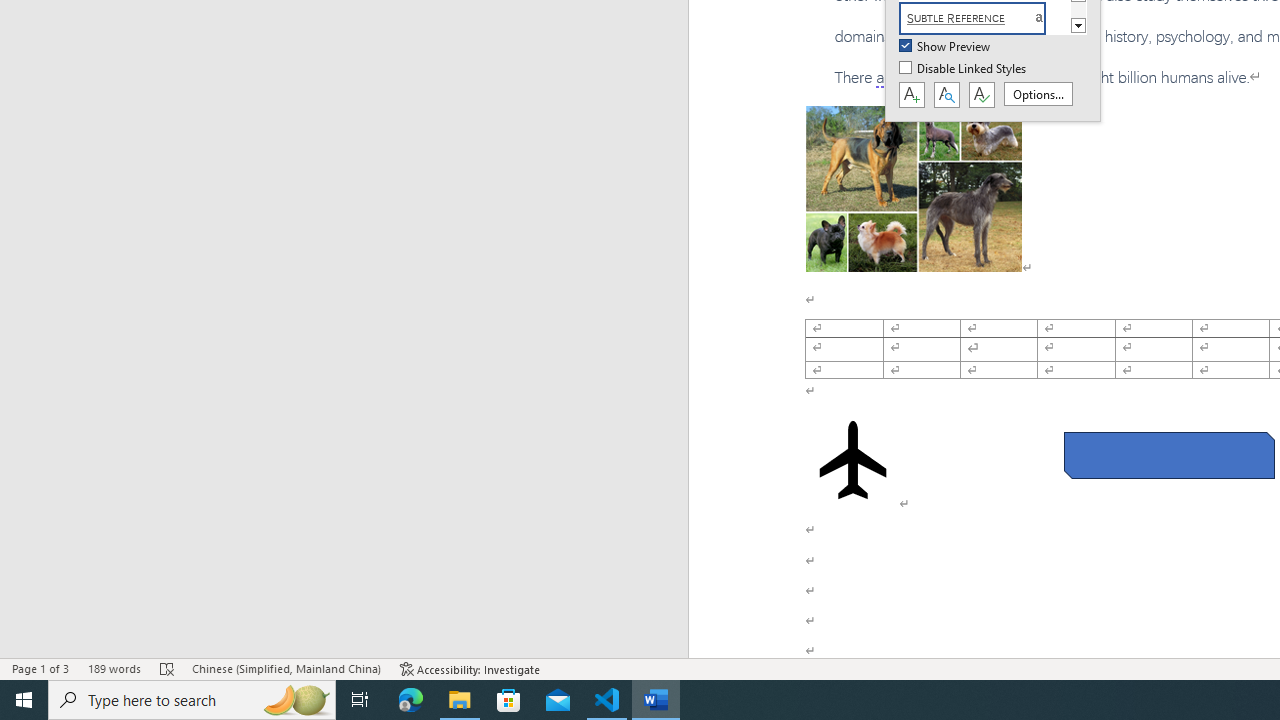 Image resolution: width=1280 pixels, height=720 pixels. I want to click on 'Accessibility Checker Accessibility: Investigate', so click(469, 669).